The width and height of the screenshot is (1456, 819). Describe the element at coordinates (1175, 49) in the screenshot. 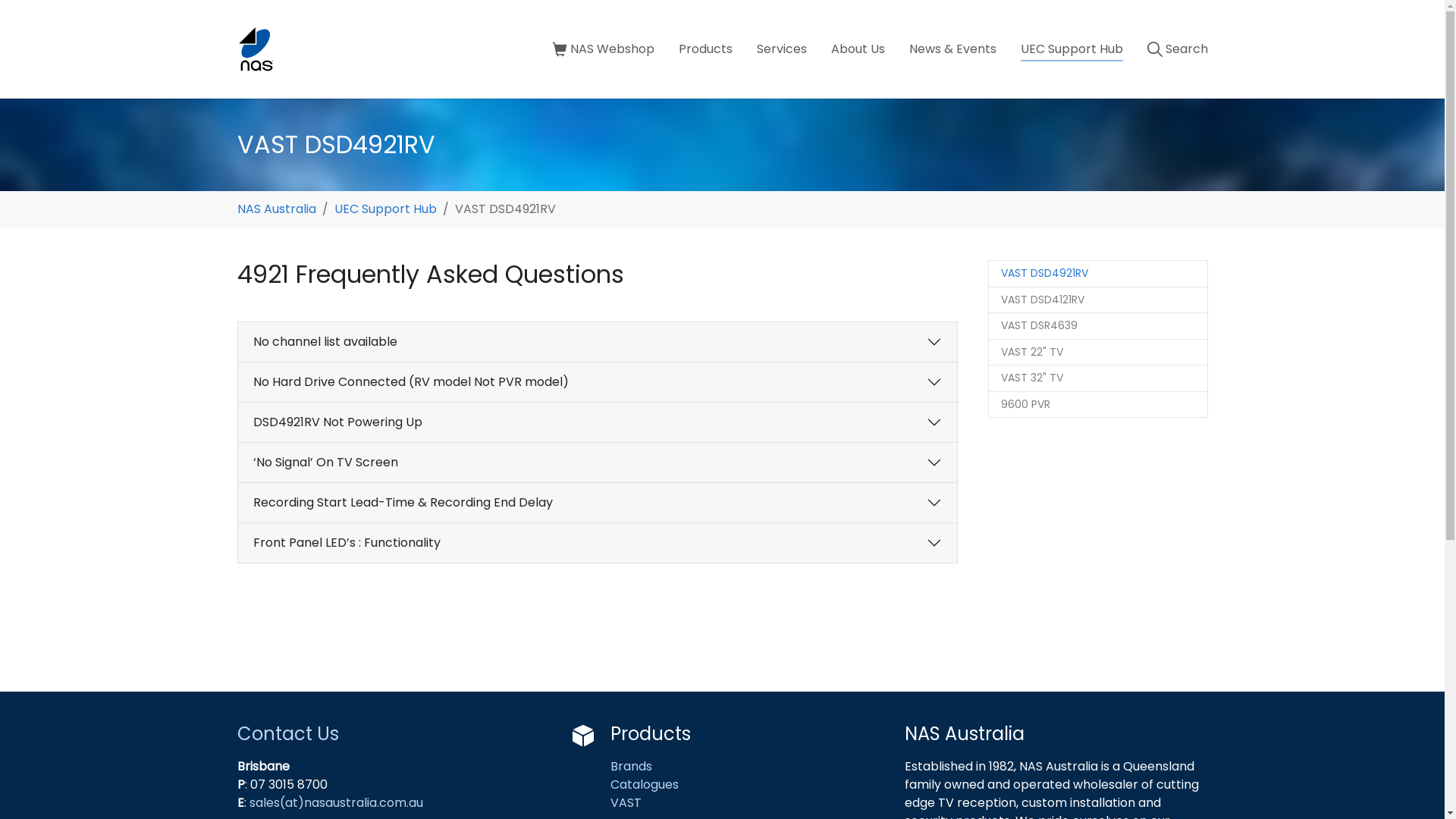

I see `'Search'` at that location.